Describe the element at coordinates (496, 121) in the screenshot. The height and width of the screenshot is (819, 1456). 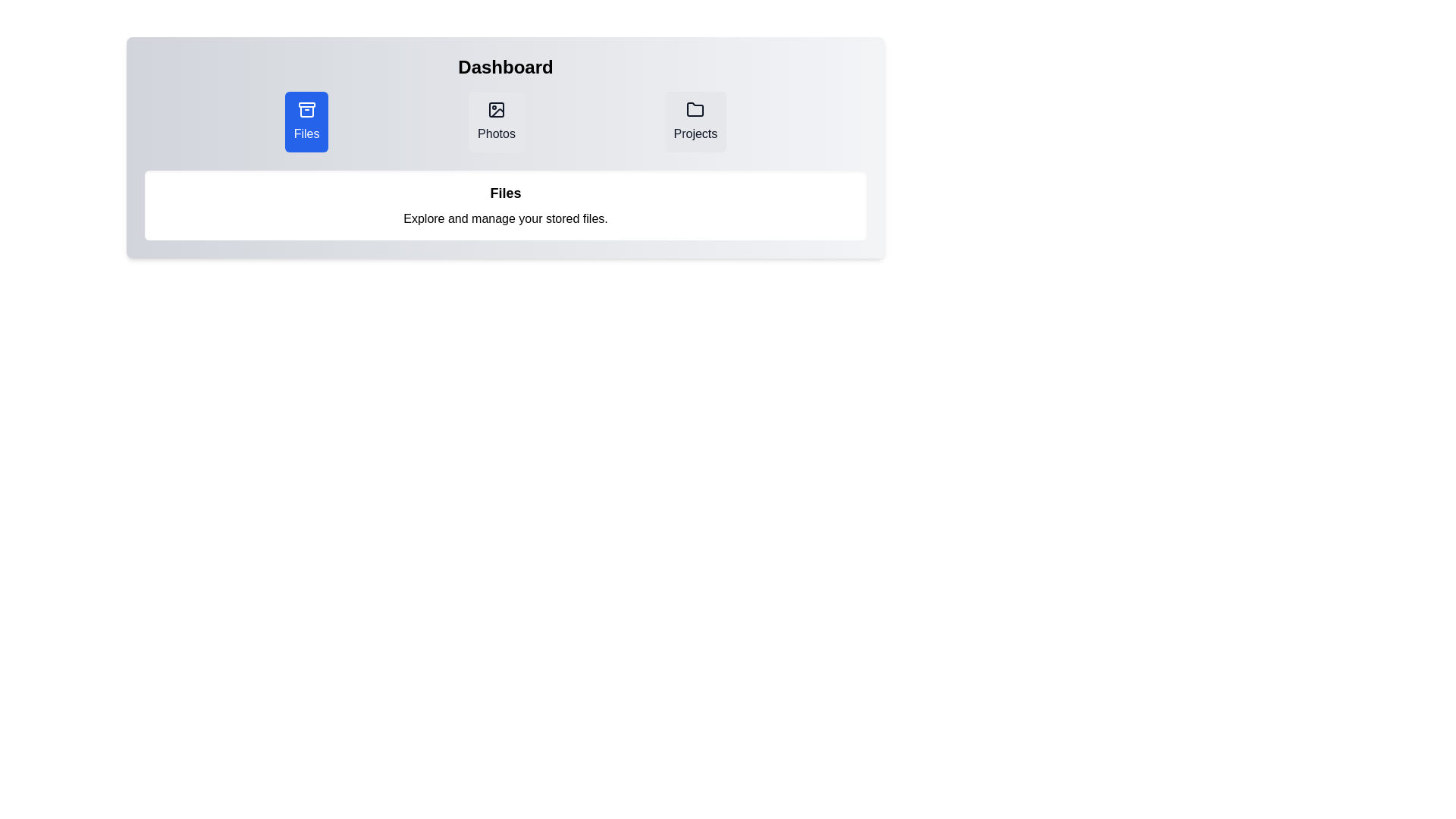
I see `the tab labeled Photos to view its content` at that location.